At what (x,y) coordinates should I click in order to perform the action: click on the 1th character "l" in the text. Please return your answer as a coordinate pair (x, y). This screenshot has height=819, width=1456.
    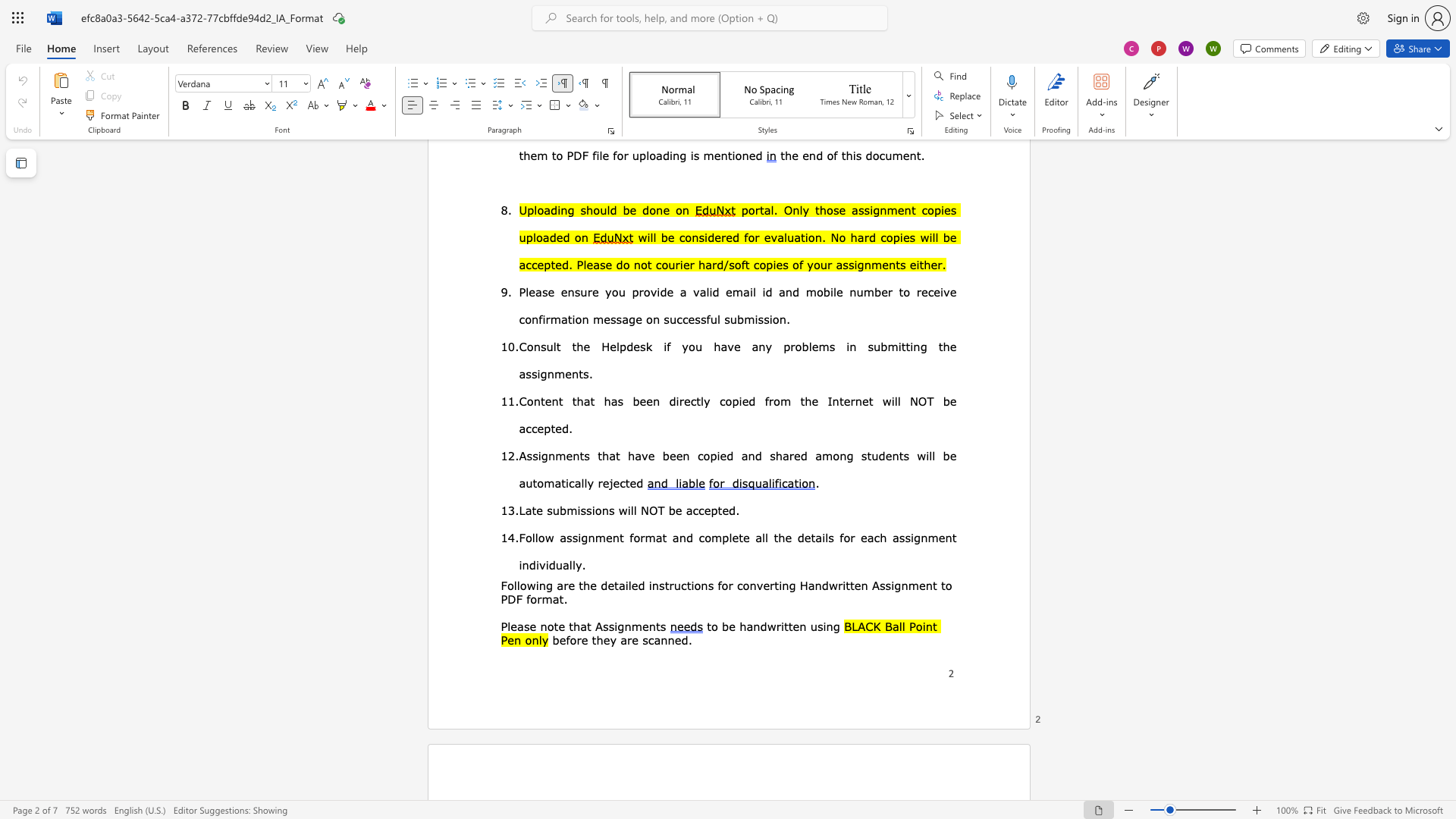
    Looking at the image, I should click on (632, 510).